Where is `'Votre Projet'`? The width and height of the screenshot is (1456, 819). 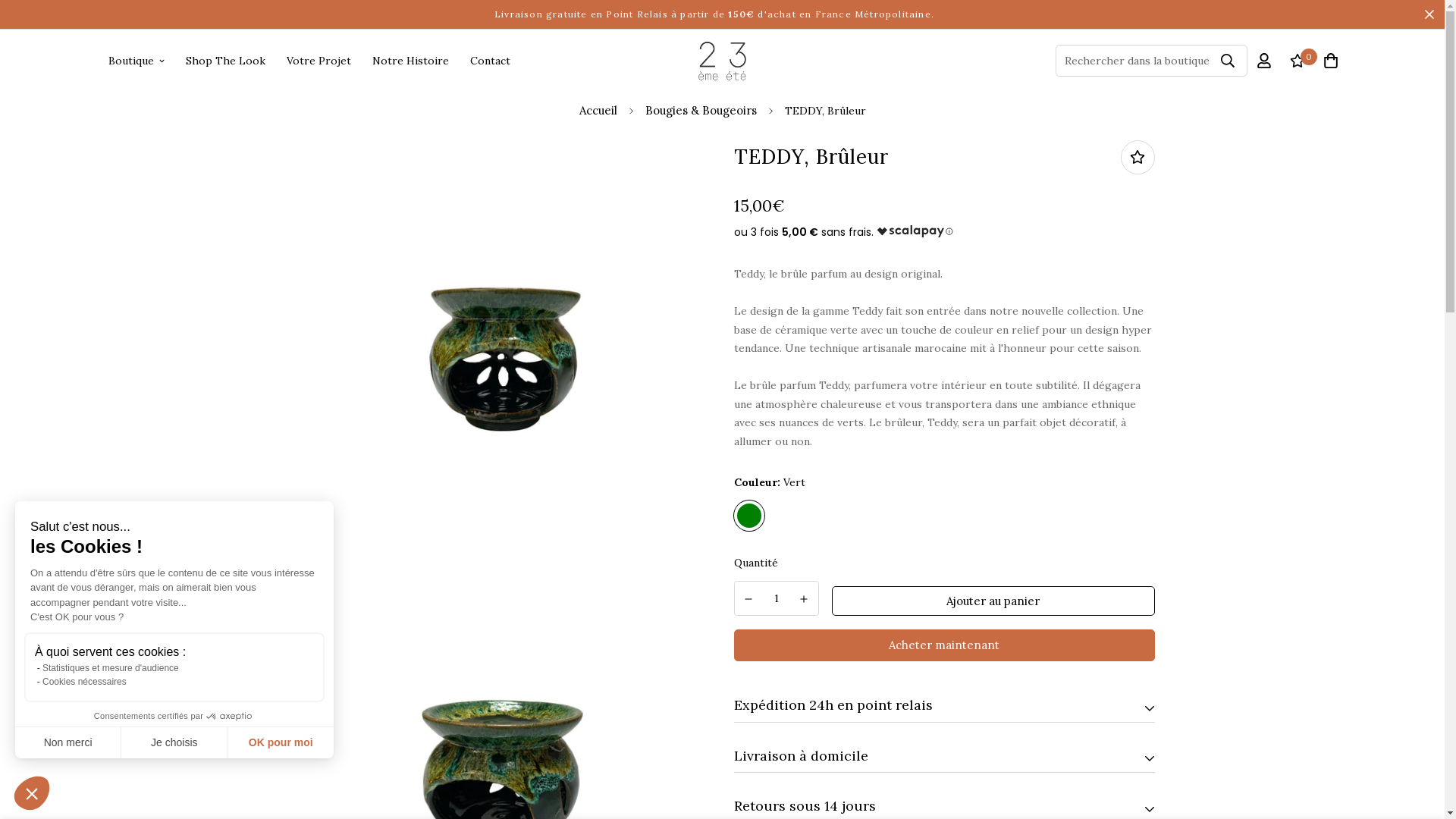
'Votre Projet' is located at coordinates (318, 60).